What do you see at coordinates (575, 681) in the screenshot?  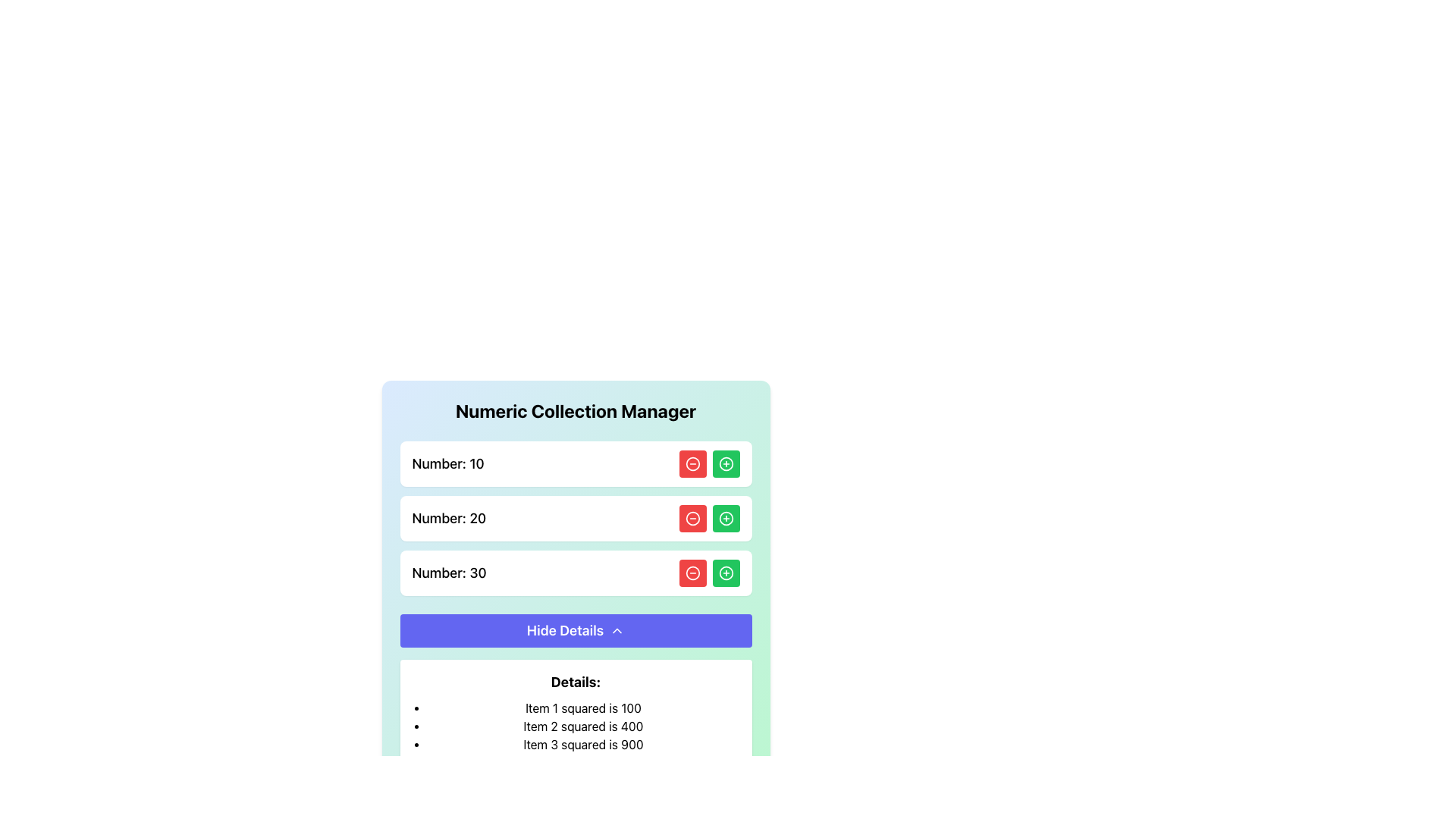 I see `bold text label 'Details:' located at the top of a white box with rounded corners, positioned above a bulleted list of items` at bounding box center [575, 681].